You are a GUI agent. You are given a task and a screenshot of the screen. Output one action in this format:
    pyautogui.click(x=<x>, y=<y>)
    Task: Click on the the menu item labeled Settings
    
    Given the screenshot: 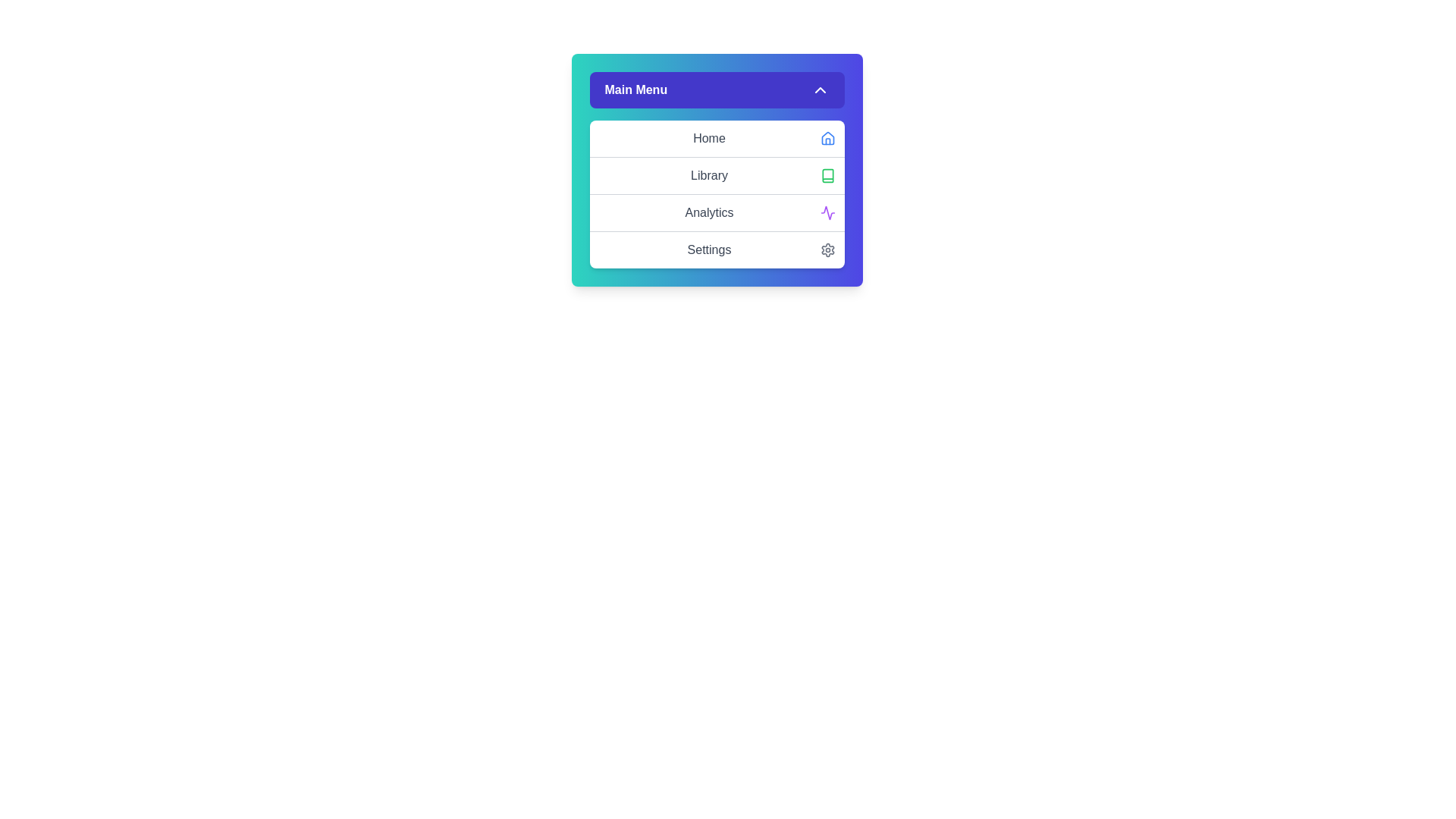 What is the action you would take?
    pyautogui.click(x=716, y=249)
    